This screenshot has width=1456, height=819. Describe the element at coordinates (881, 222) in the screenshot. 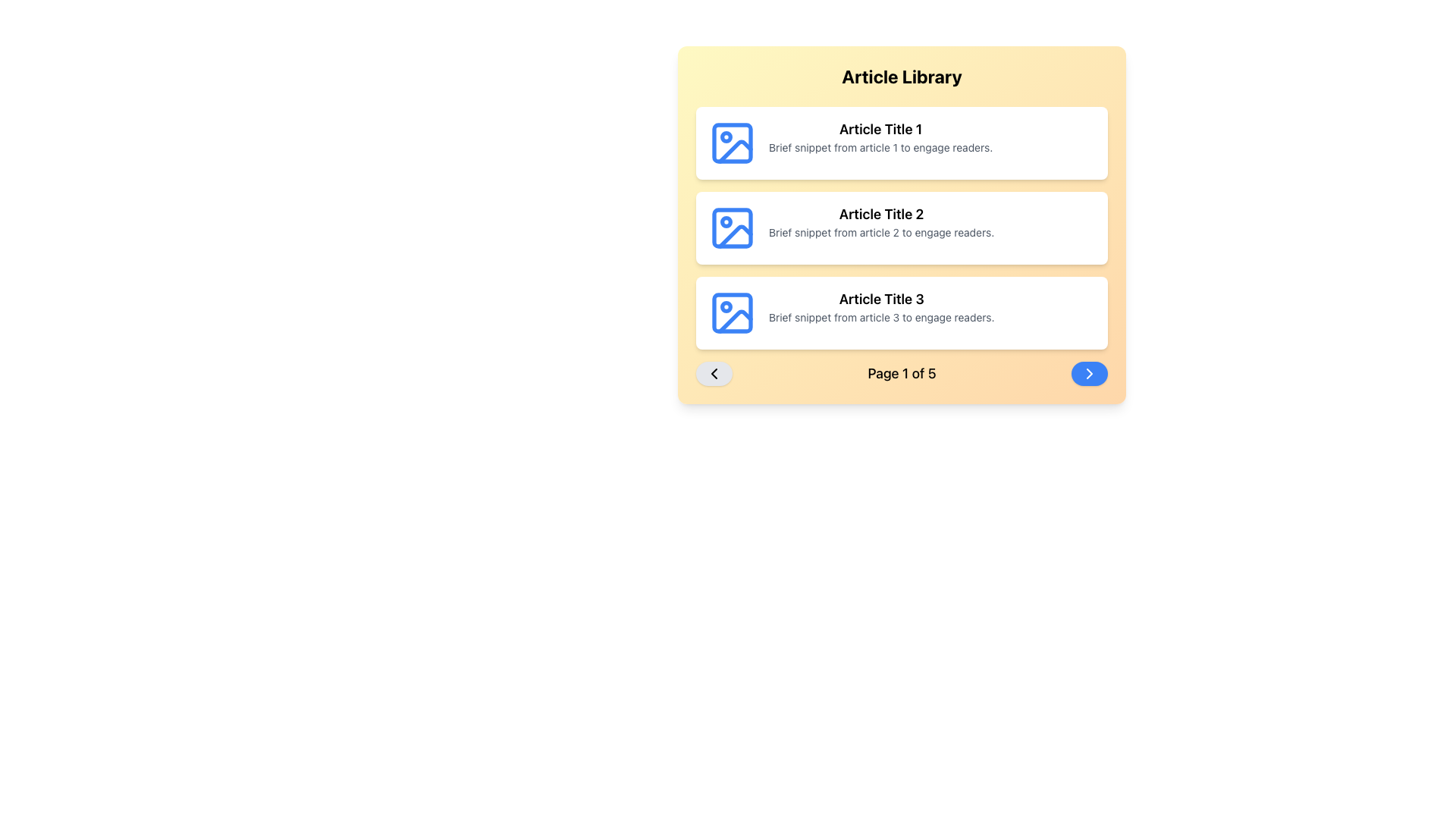

I see `the list item containing the title 'Article Title 2' and its descriptive snippet` at that location.